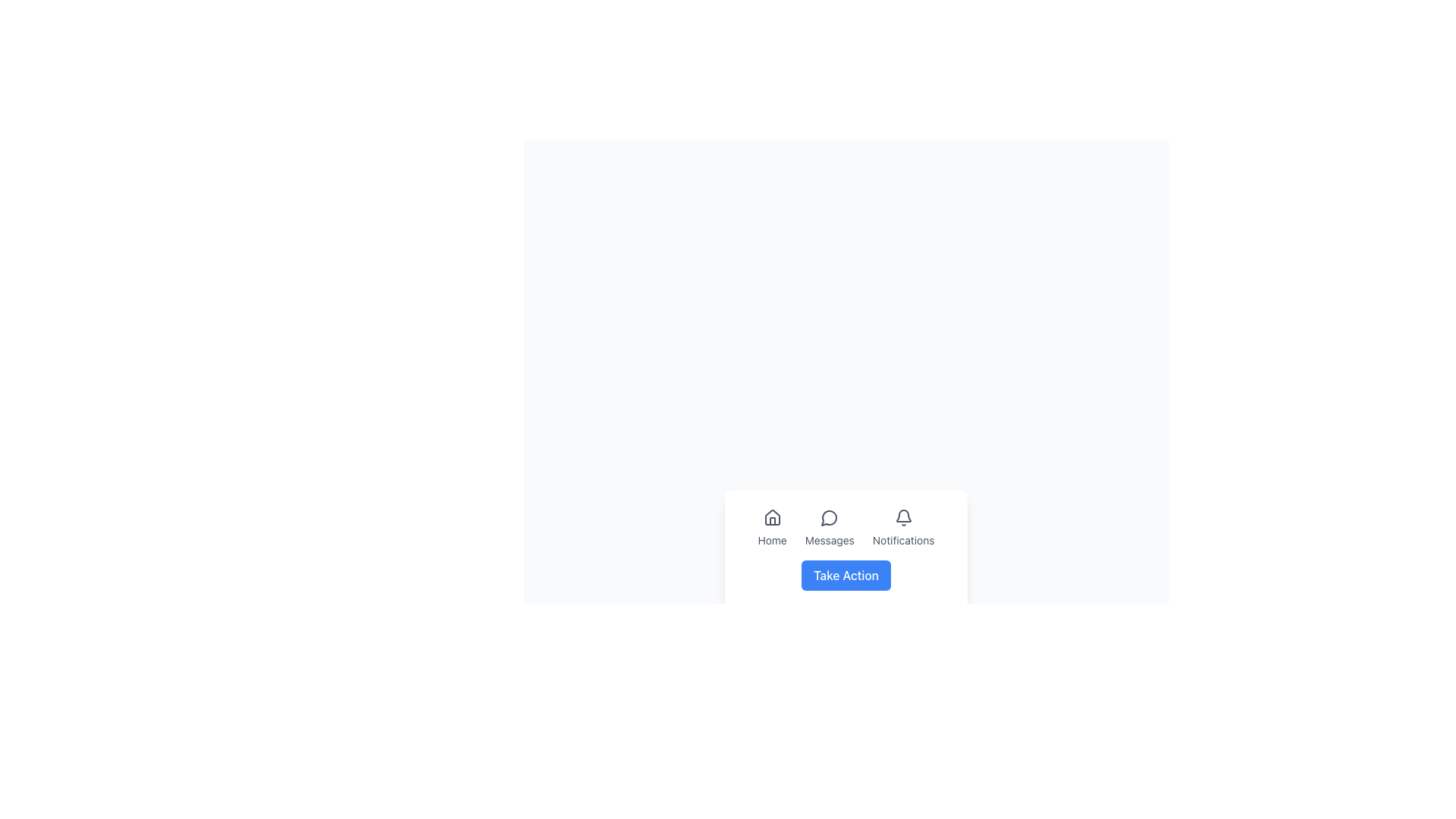 The width and height of the screenshot is (1456, 819). Describe the element at coordinates (829, 528) in the screenshot. I see `the 'Messages' button, which features a speech bubble icon and the text 'Messages'` at that location.